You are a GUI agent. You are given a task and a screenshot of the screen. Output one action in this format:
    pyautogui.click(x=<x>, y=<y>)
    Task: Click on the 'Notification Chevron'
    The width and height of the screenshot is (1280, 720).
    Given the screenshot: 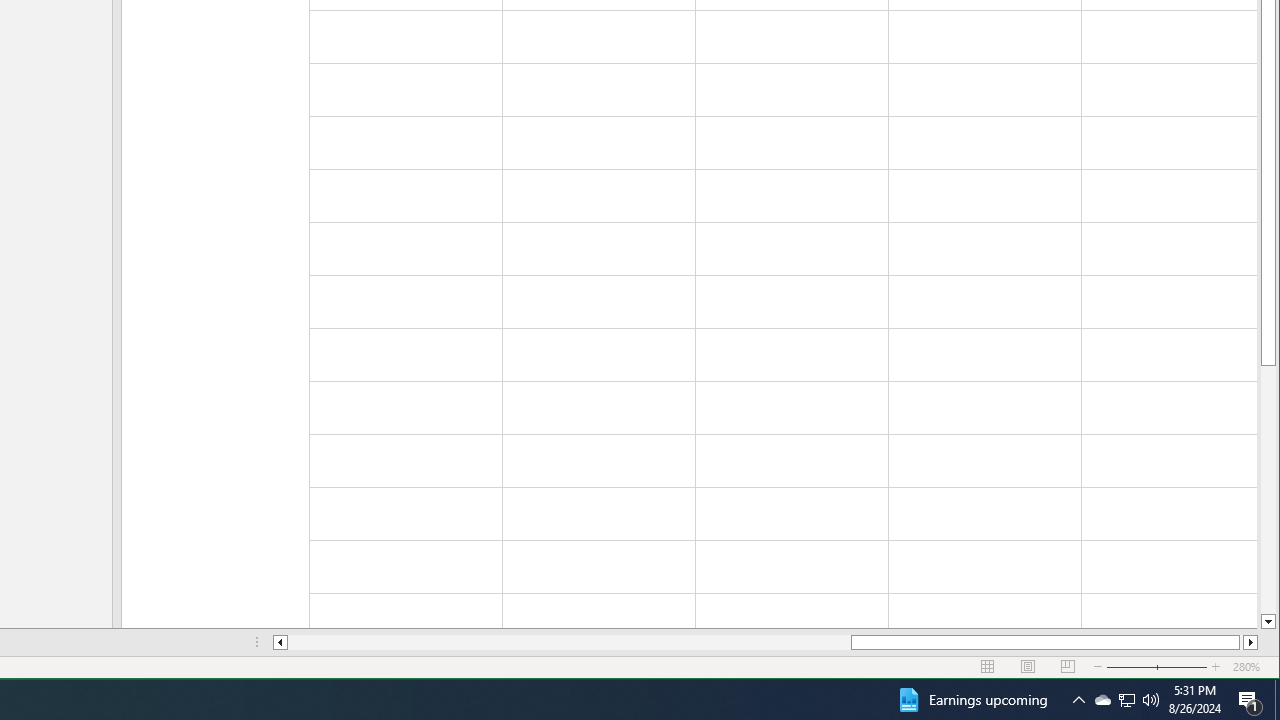 What is the action you would take?
    pyautogui.click(x=1078, y=698)
    